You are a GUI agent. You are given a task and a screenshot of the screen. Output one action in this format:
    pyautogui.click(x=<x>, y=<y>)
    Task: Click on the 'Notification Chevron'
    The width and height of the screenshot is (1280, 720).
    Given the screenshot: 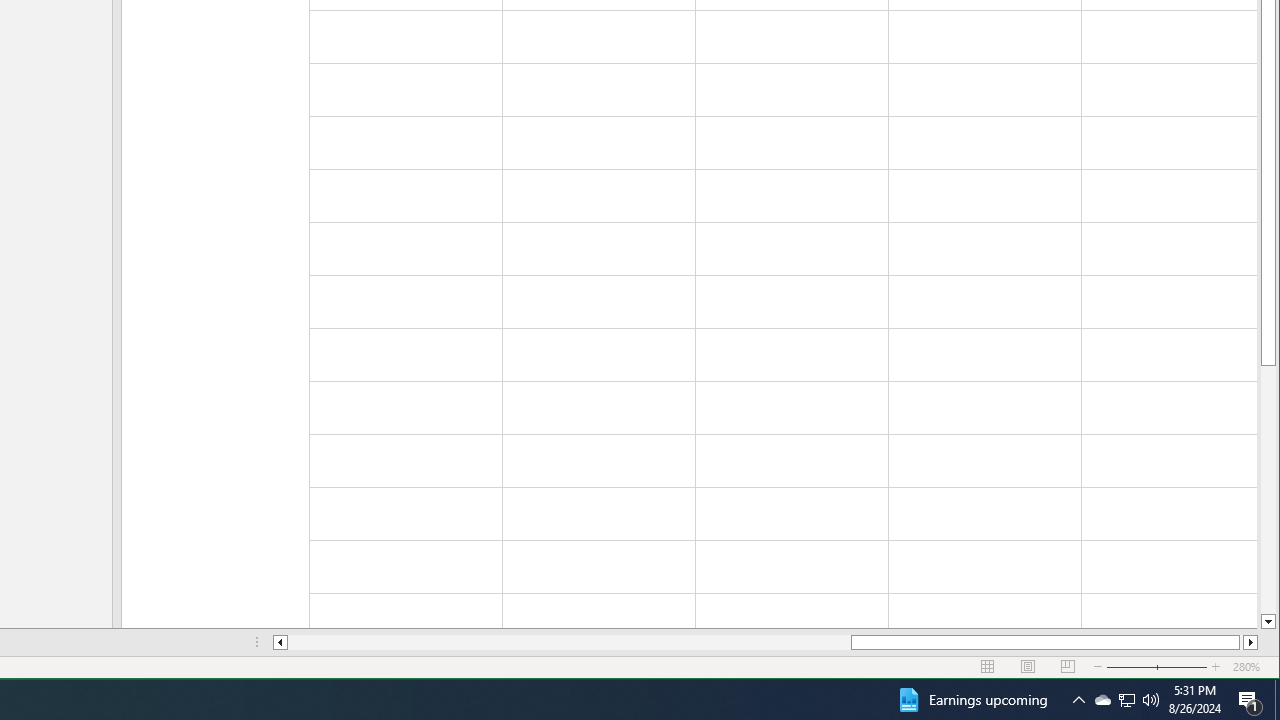 What is the action you would take?
    pyautogui.click(x=1078, y=698)
    